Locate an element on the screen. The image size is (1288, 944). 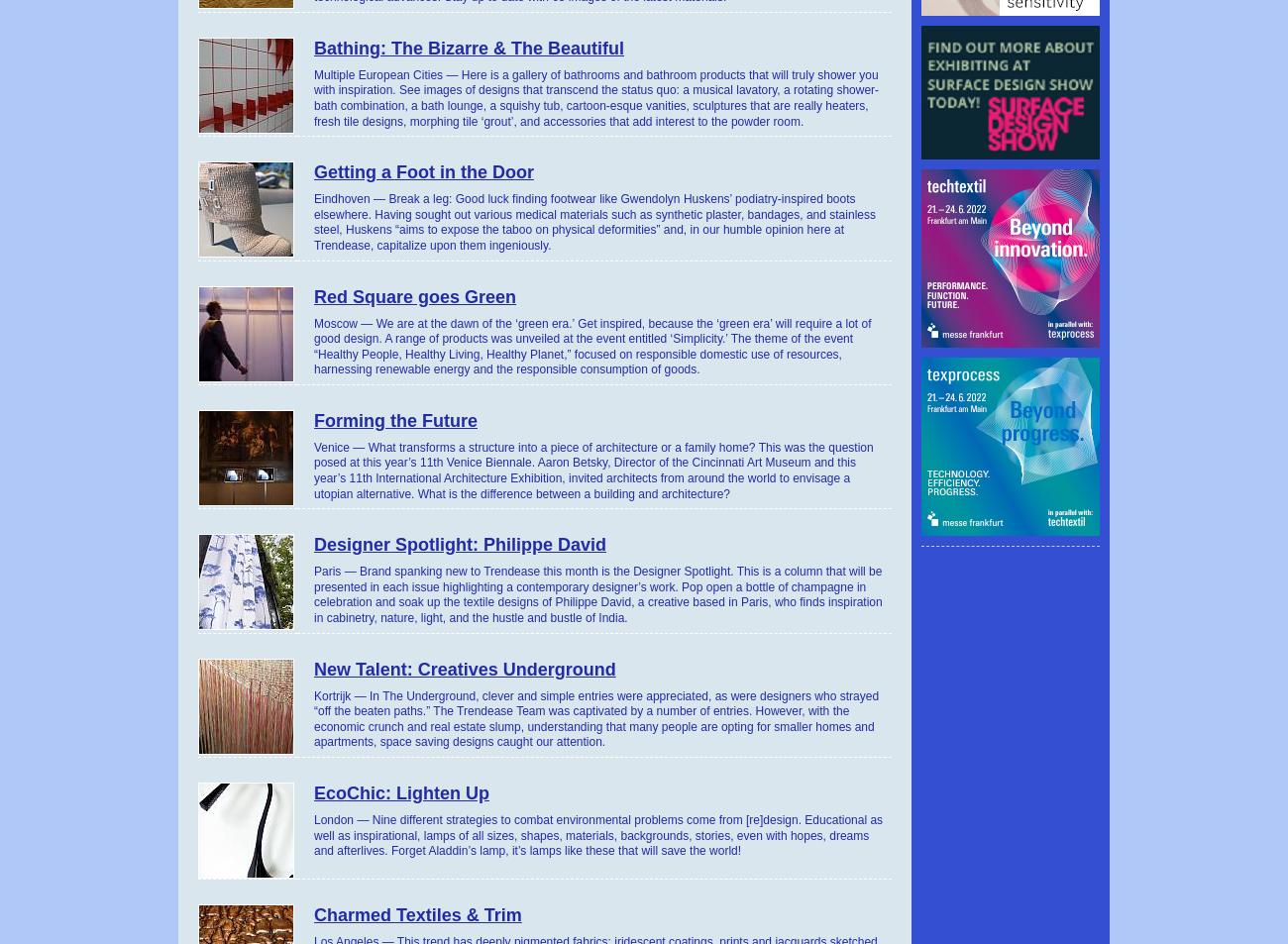
'Kortrijk                                                         — In The Underground, clever and simple entries were appreciated, as were designers who strayed “off the beaten paths.”  The Trendease Team was captivated by a number of entries.  However, with the economic crunch and real estate slump, understanding that many people are opting for smaller homes and apartments, space saving designs caught our attention.' is located at coordinates (596, 718).